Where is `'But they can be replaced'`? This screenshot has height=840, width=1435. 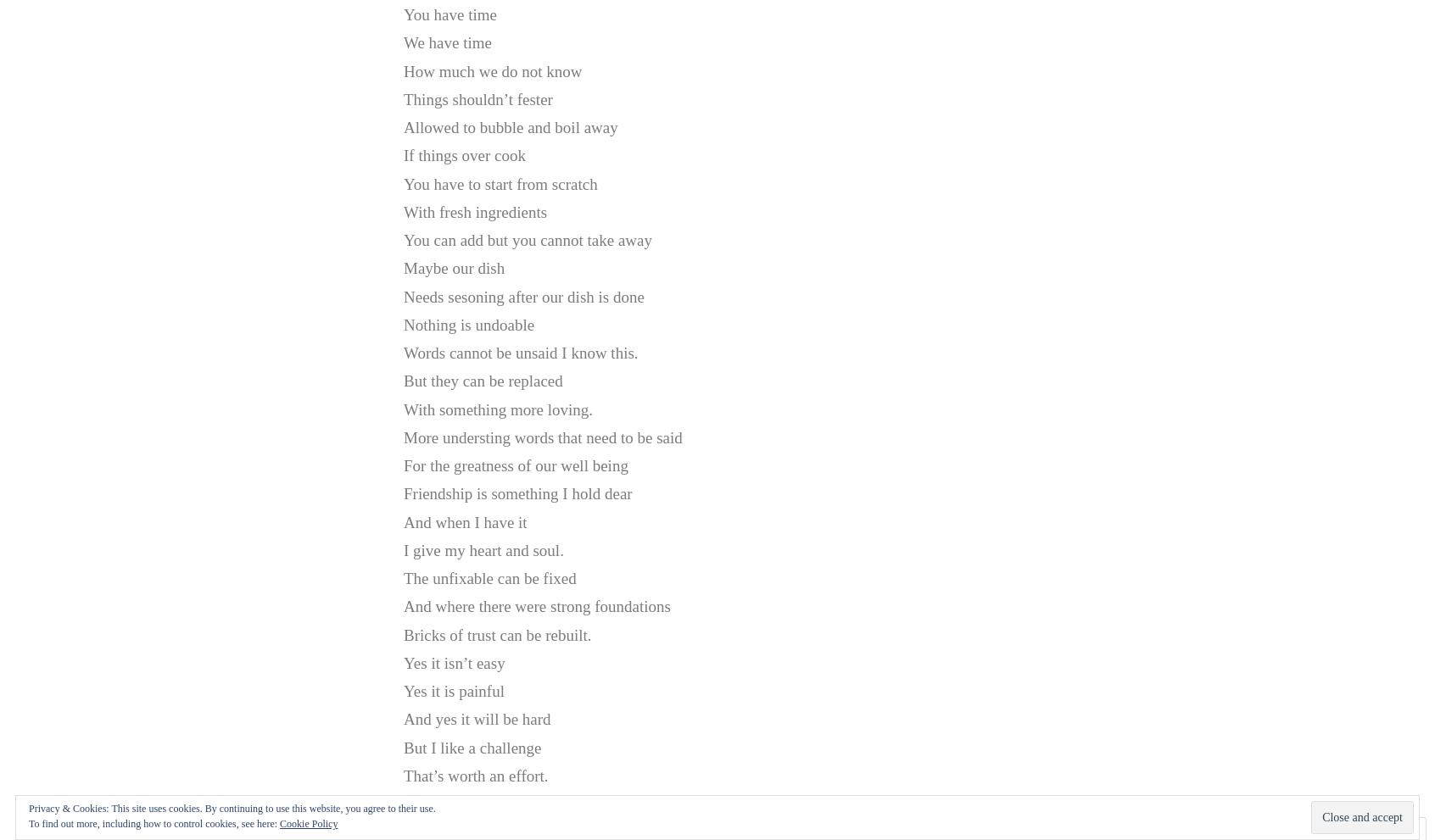
'But they can be replaced' is located at coordinates (482, 381).